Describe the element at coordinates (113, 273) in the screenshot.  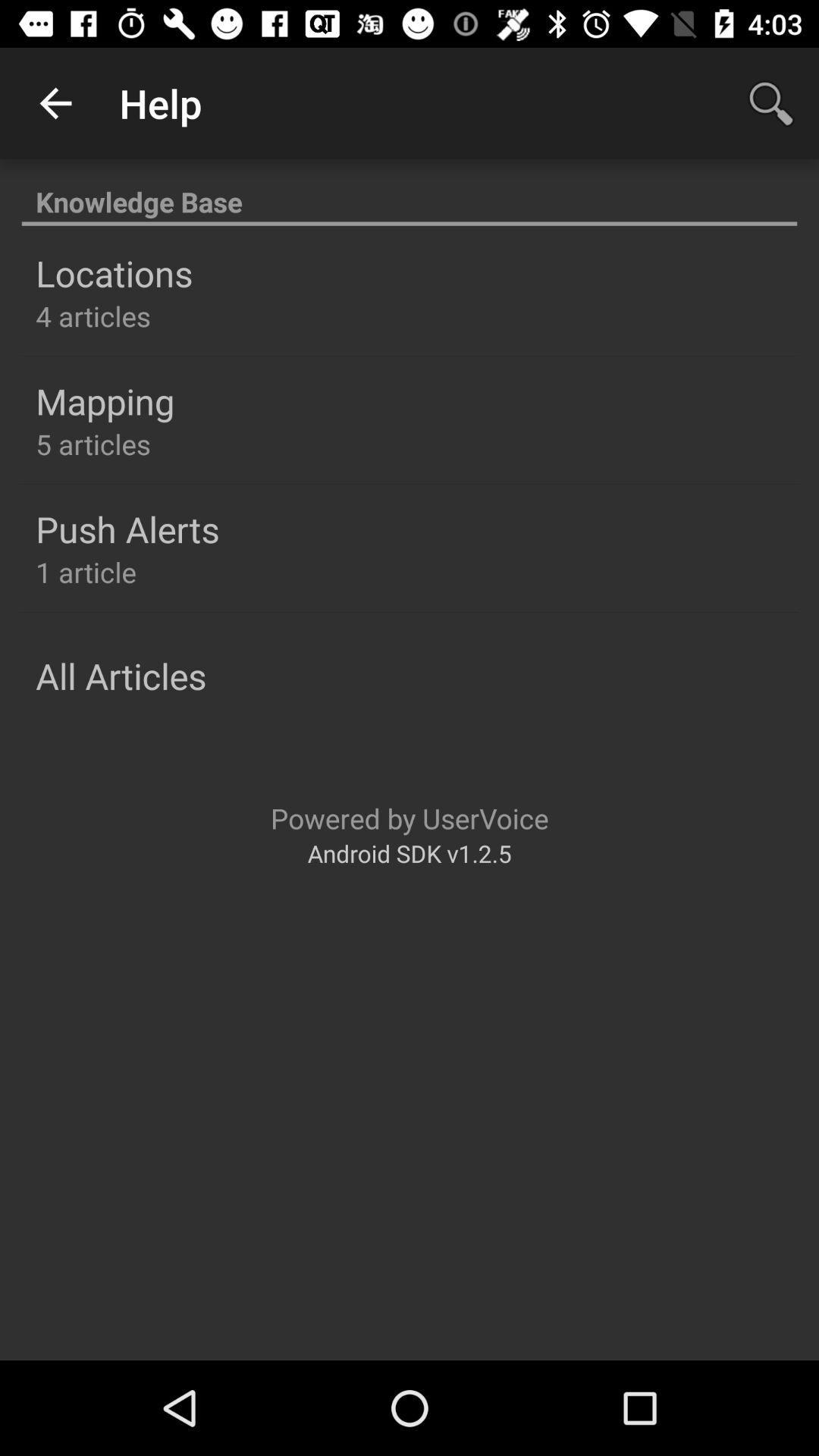
I see `the locations icon` at that location.